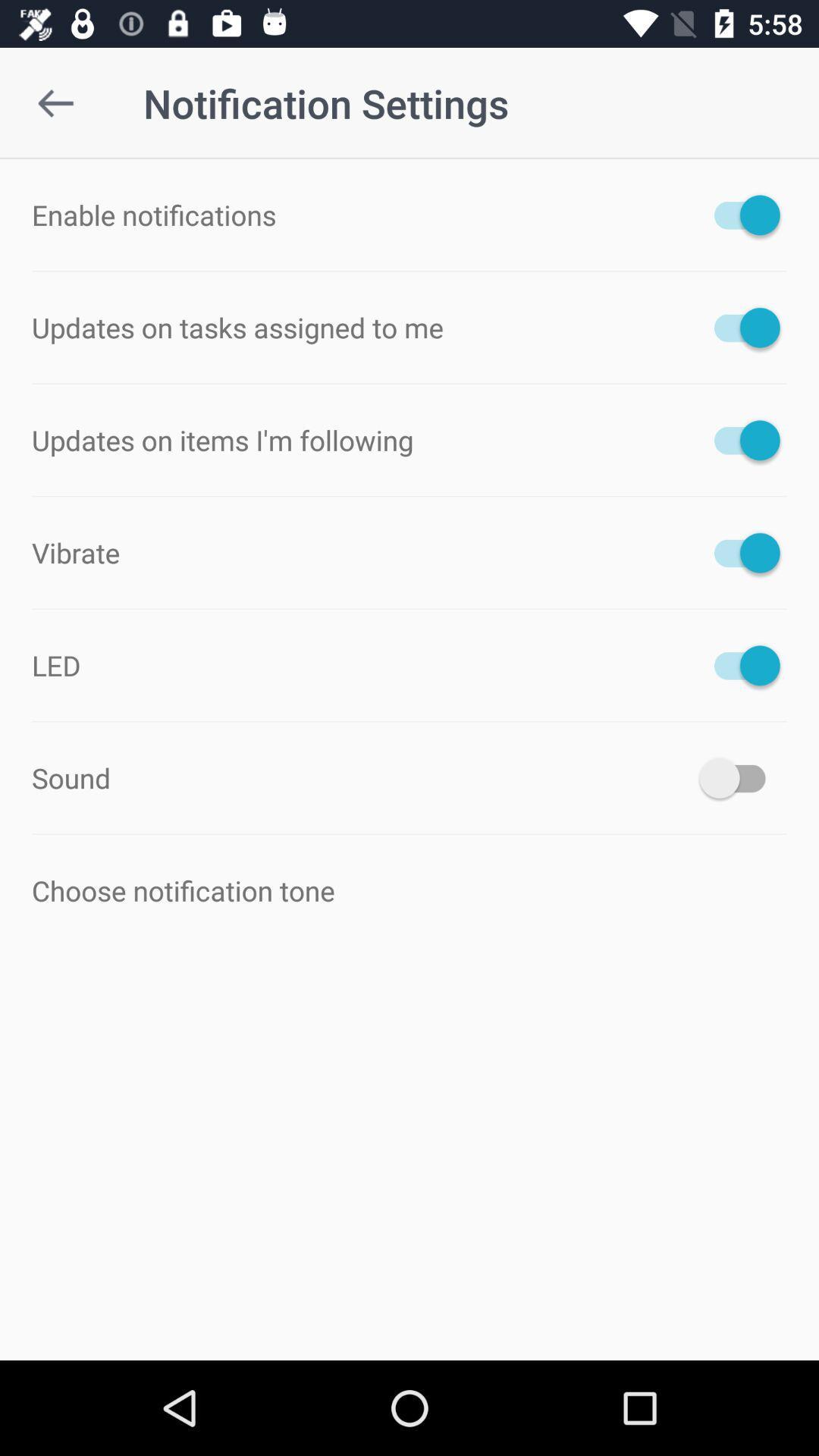  I want to click on notification on off option, so click(739, 665).